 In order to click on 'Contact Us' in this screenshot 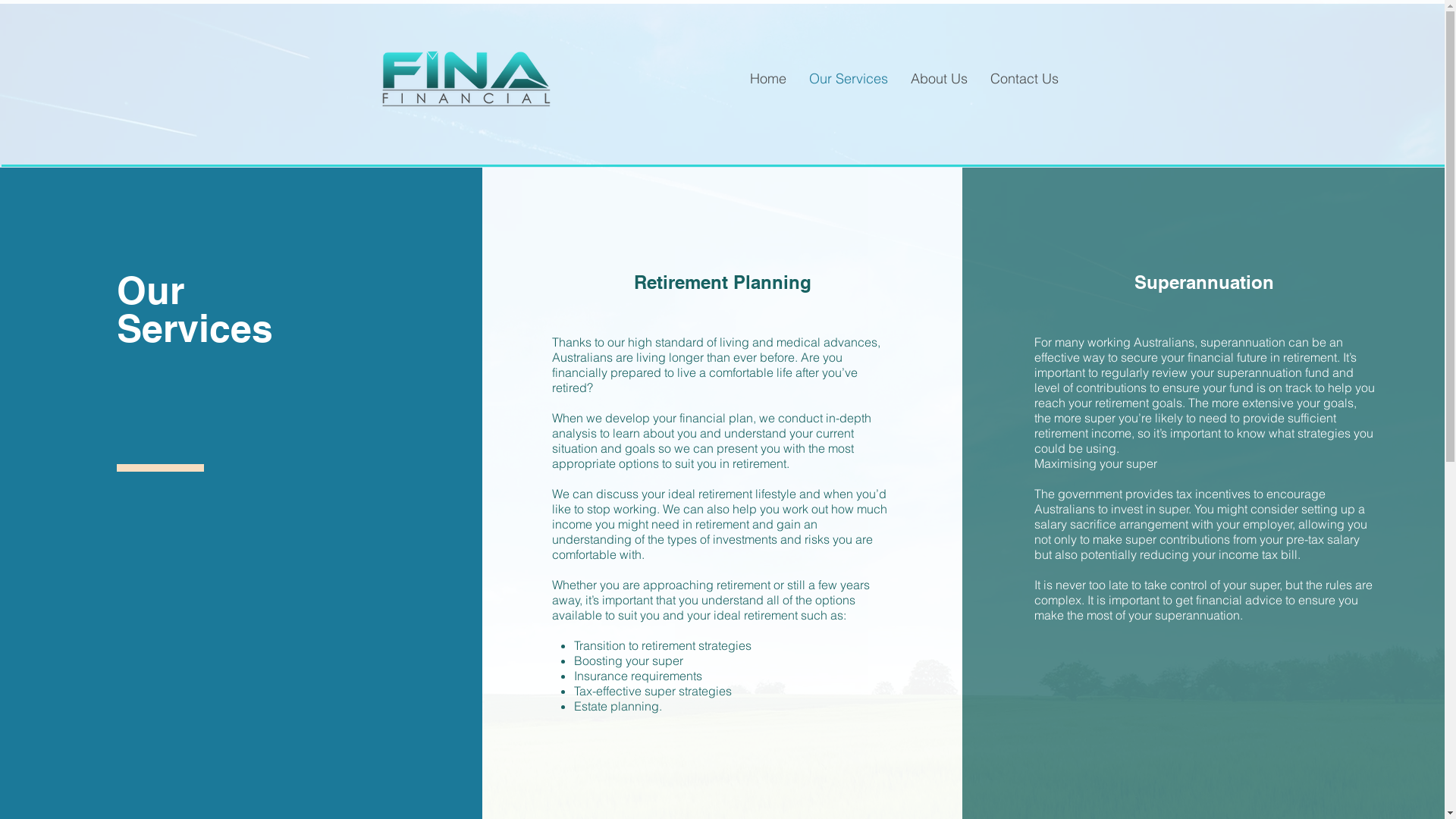, I will do `click(978, 79)`.